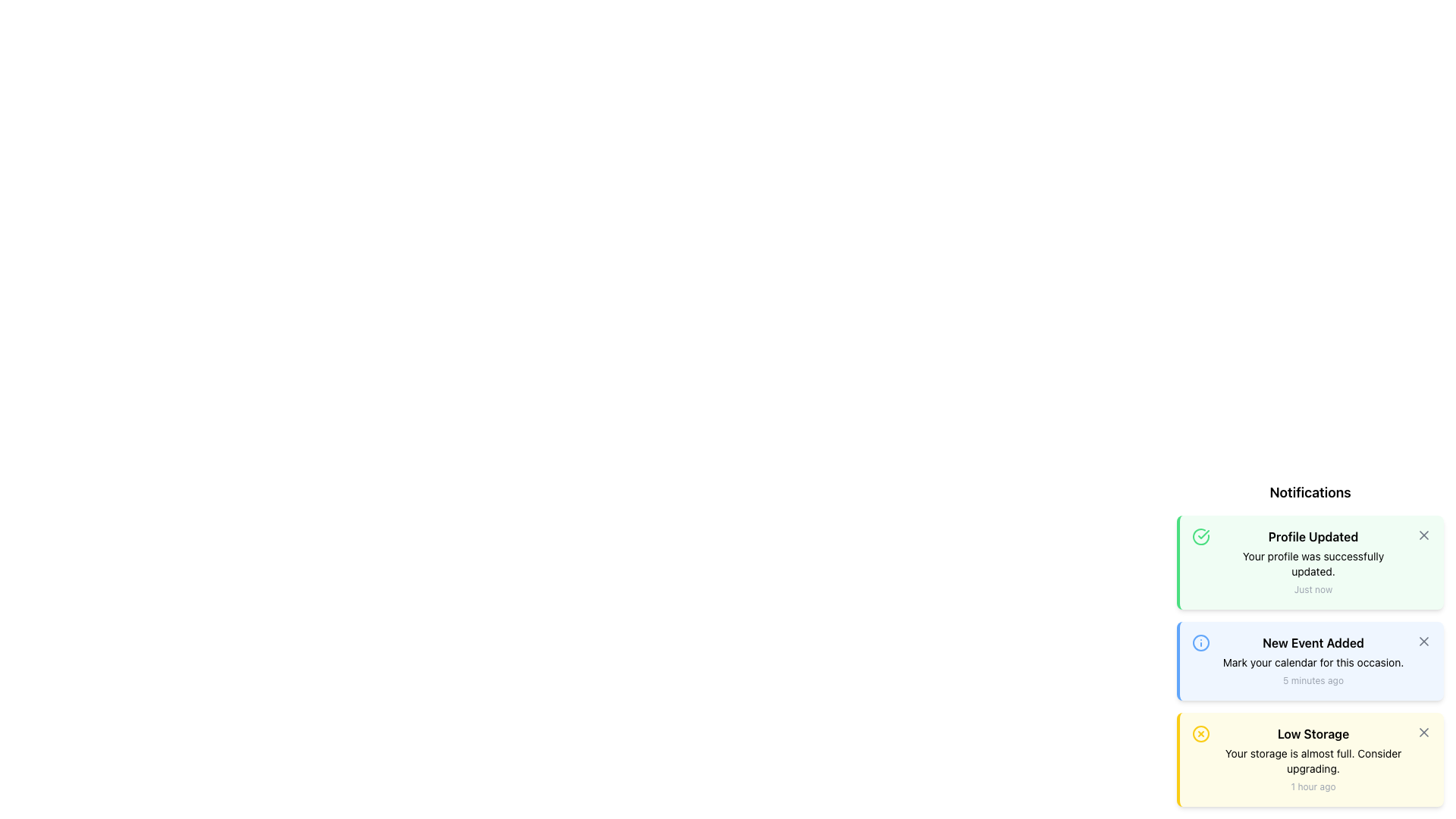 The image size is (1456, 819). I want to click on timestamp information displayed as '1 hour ago' in light gray font at the bottom-right of the 'Low Storage' notification card, so click(1313, 786).